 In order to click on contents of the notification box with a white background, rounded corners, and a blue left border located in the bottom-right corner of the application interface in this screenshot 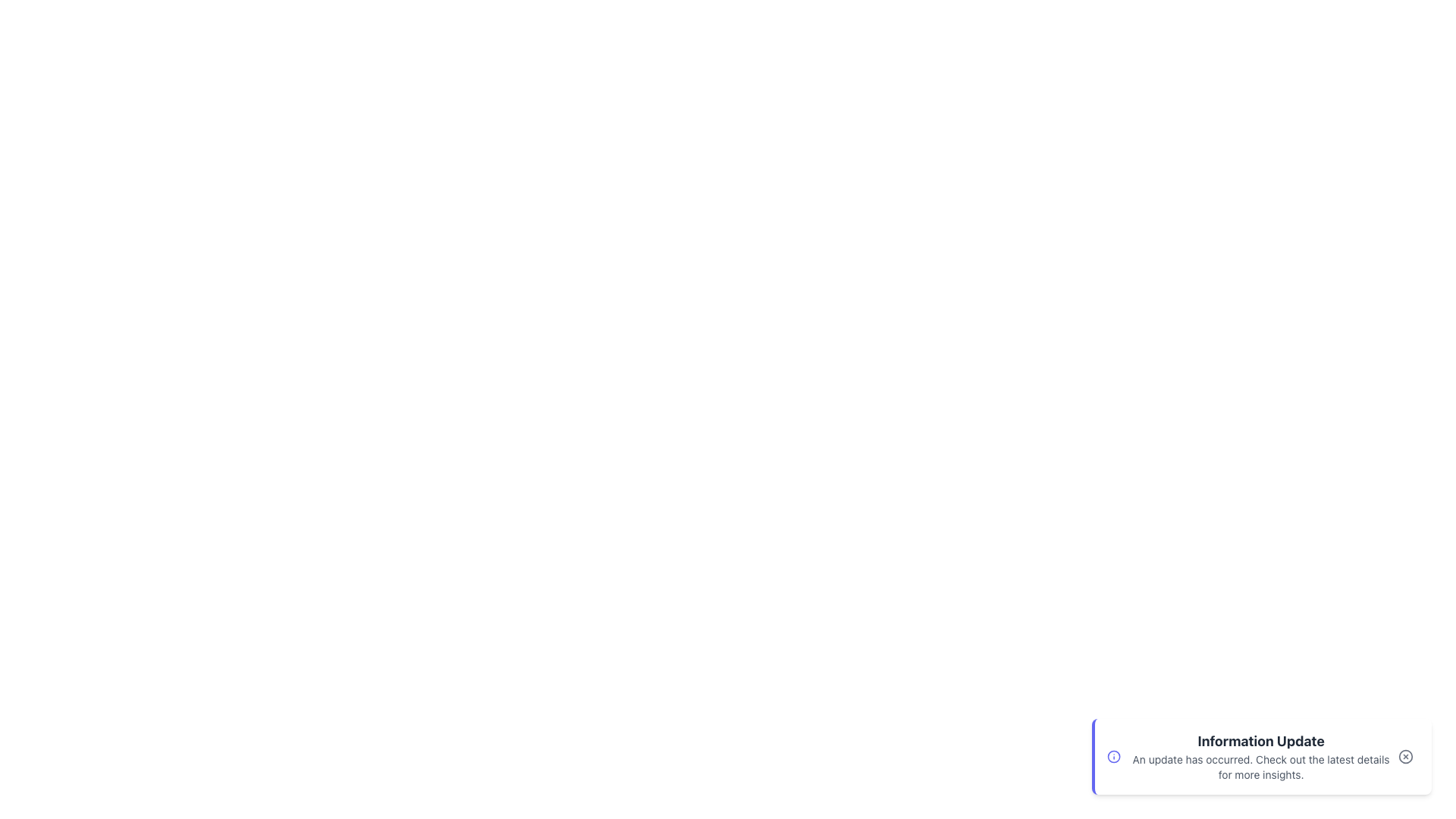, I will do `click(1262, 757)`.